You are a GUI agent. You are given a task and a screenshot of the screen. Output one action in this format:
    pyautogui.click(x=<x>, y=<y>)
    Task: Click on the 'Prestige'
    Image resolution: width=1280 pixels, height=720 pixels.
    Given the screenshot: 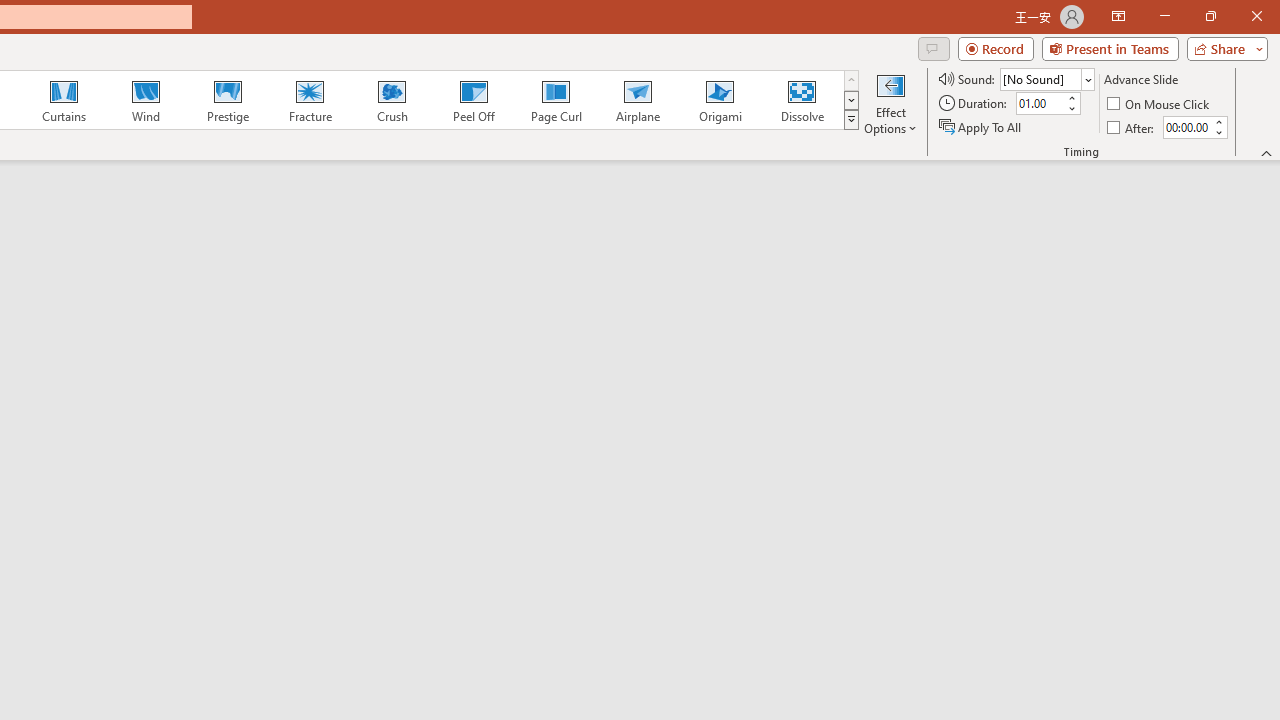 What is the action you would take?
    pyautogui.click(x=227, y=100)
    